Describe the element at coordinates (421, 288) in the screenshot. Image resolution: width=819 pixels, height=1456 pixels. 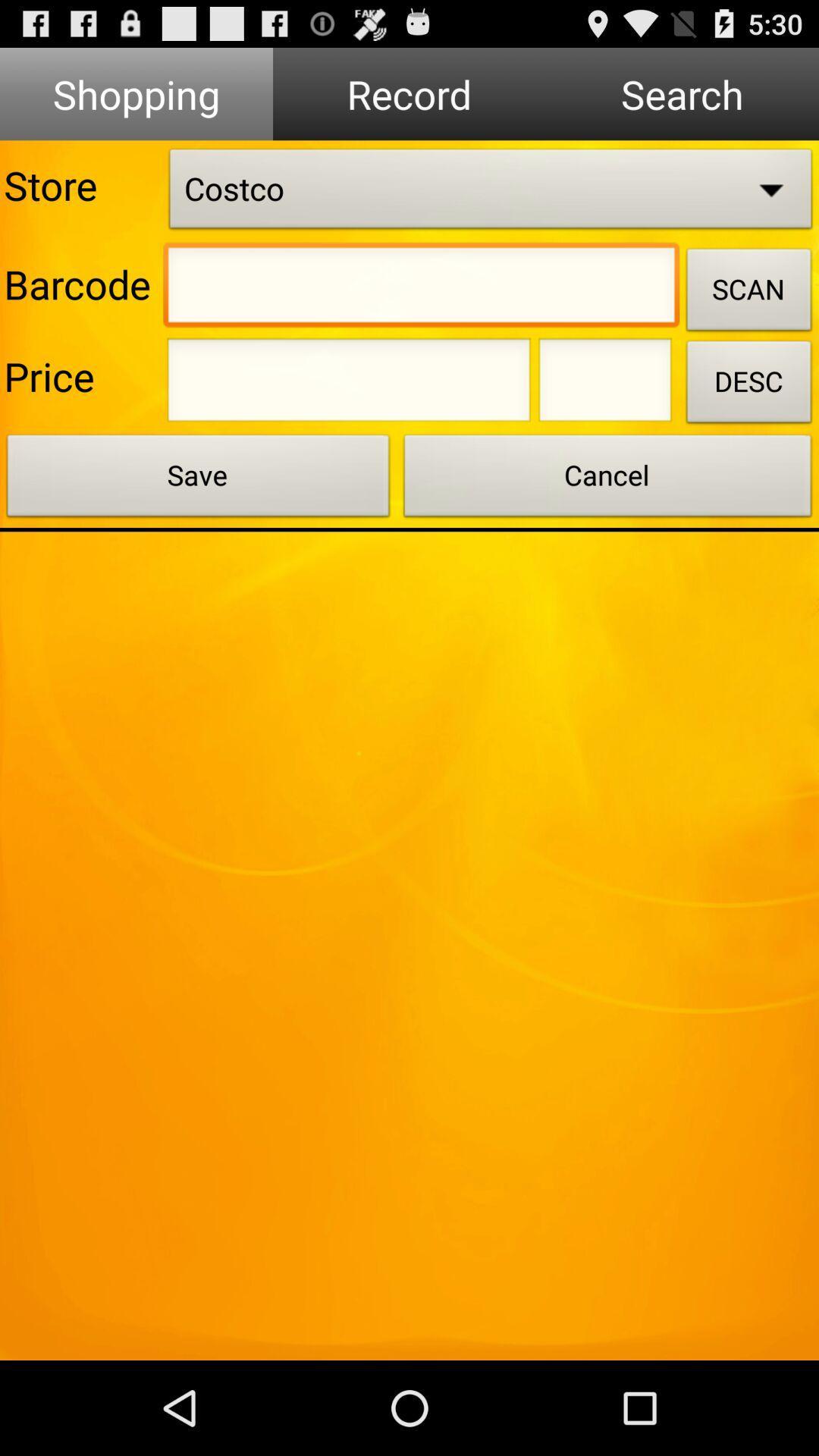
I see `to enter text belongs to bar code` at that location.